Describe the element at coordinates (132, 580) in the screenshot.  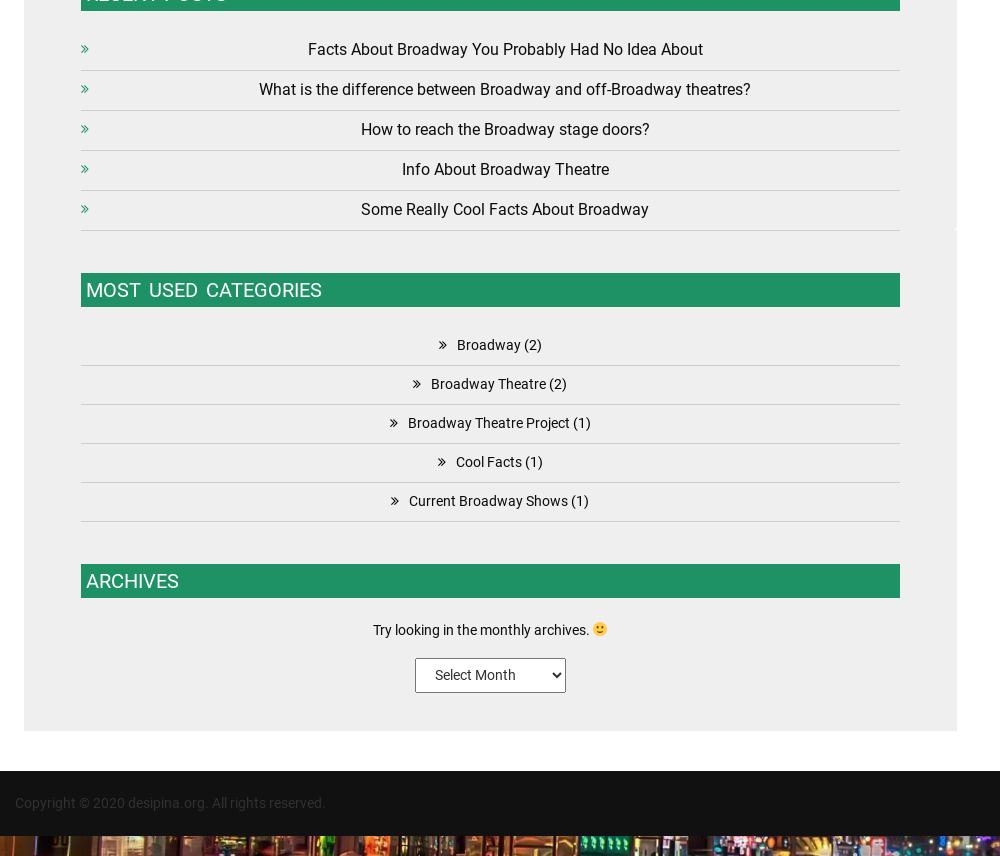
I see `'Archives'` at that location.